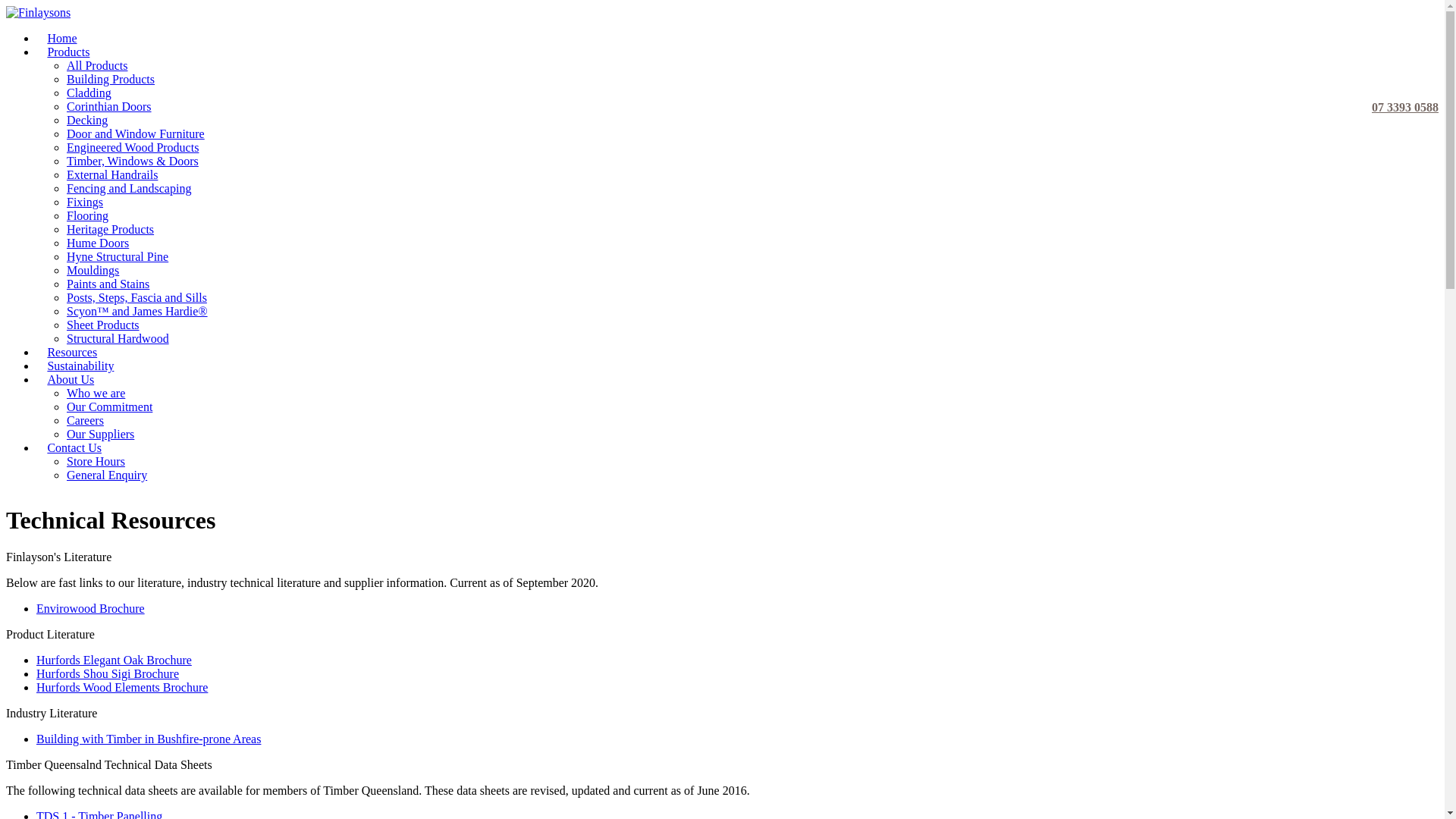  What do you see at coordinates (92, 269) in the screenshot?
I see `'Mouldings'` at bounding box center [92, 269].